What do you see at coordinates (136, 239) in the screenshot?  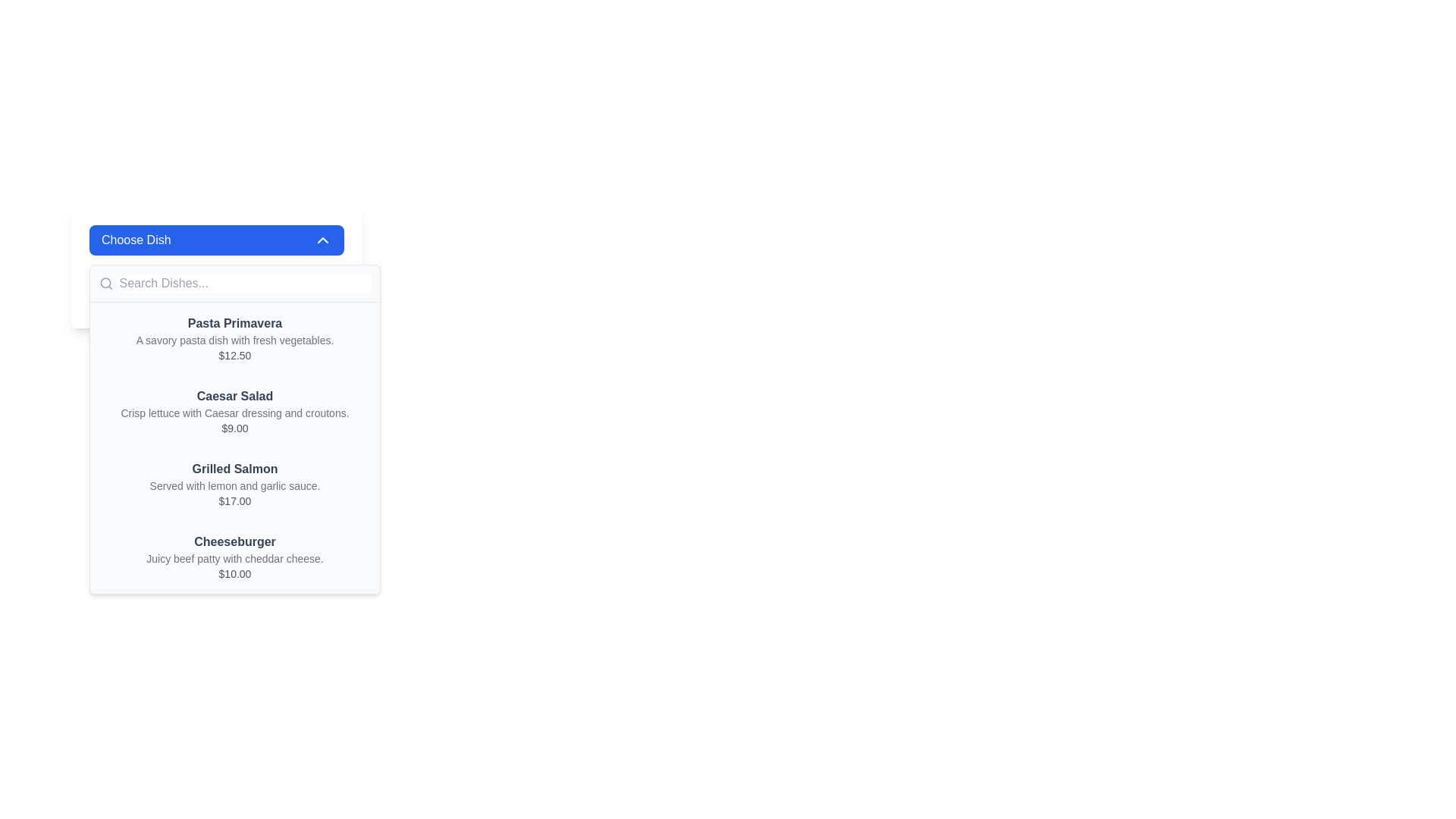 I see `the text label that indicates the selection of a dish in the drop-down menu, which is centrally aligned within a blue button at the top` at bounding box center [136, 239].